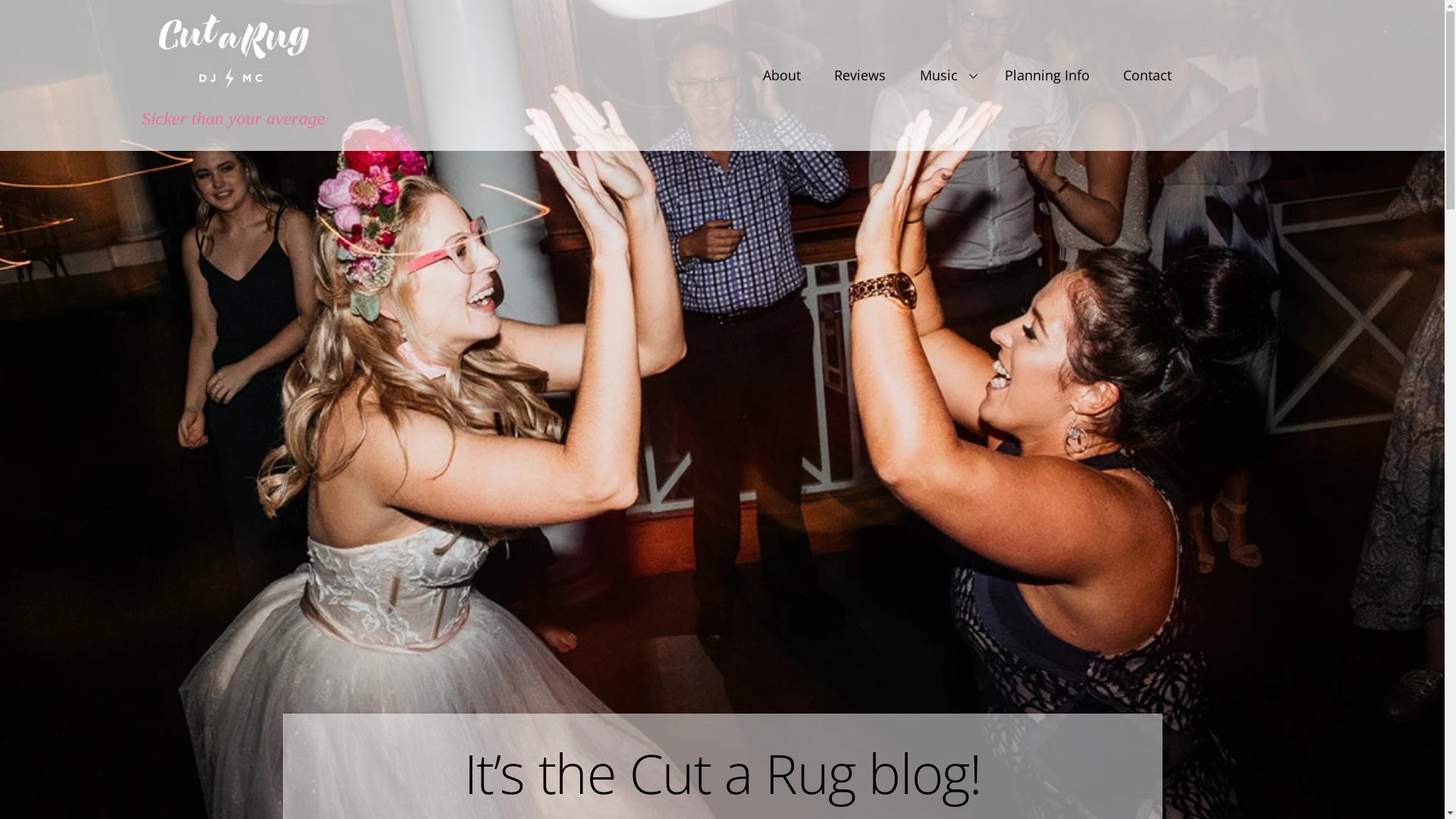 The image size is (1456, 819). Describe the element at coordinates (232, 51) in the screenshot. I see `'Link'` at that location.